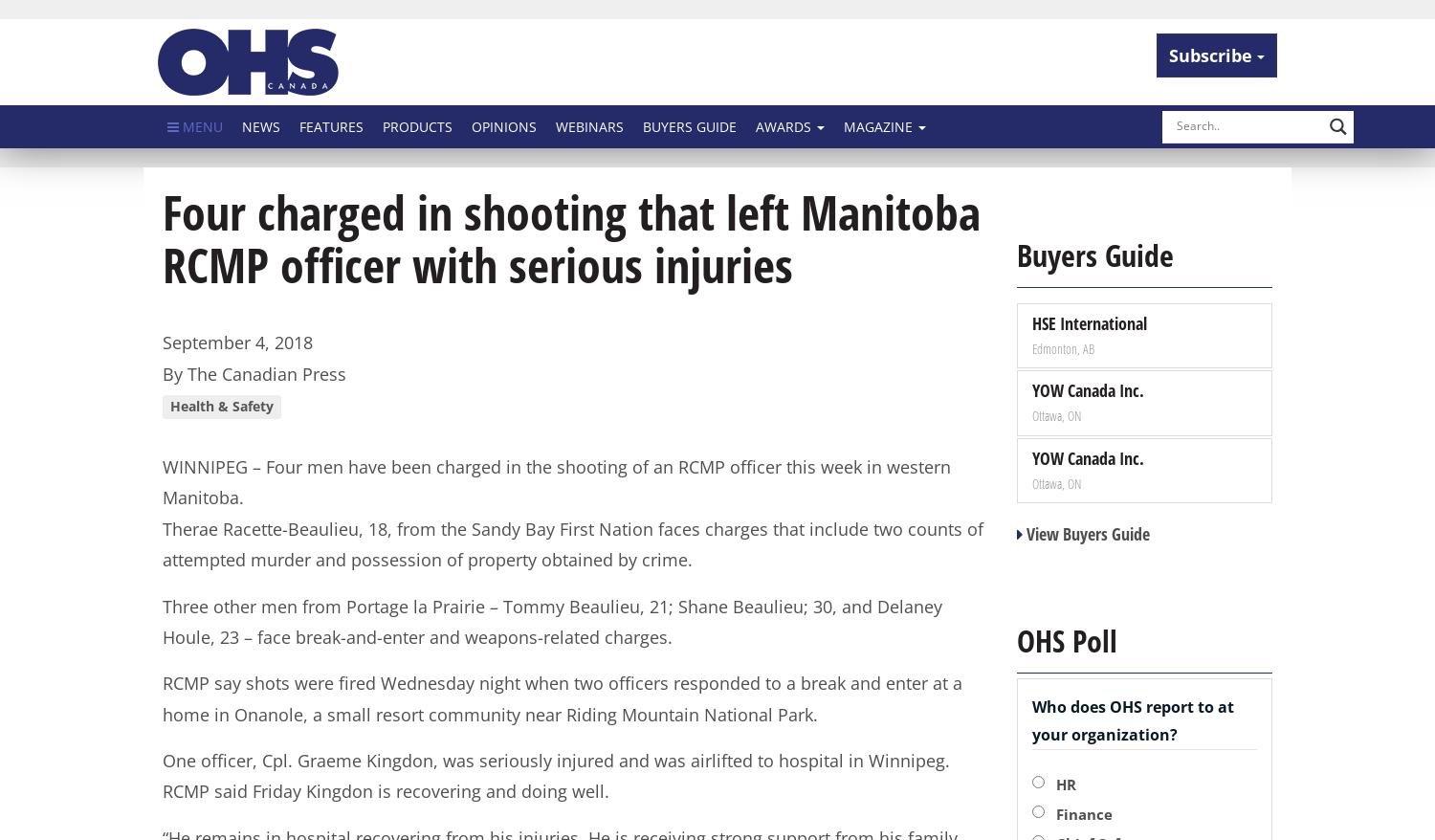  What do you see at coordinates (162, 760) in the screenshot?
I see `'One officer, Cpl. Graeme Kingdon, was seriously injured and was airlifted to hospital in Winnipeg.'` at bounding box center [162, 760].